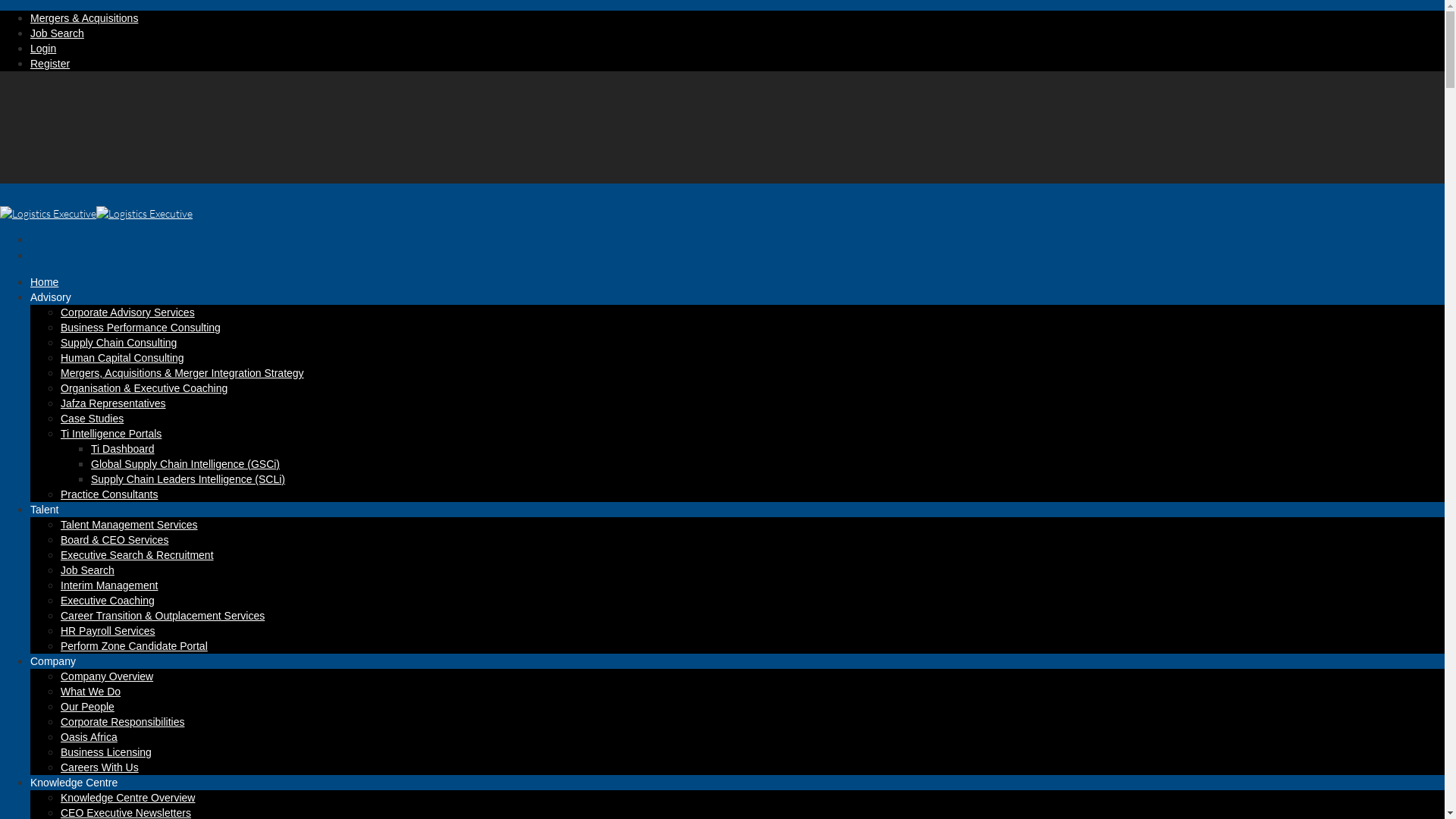 Image resolution: width=1456 pixels, height=819 pixels. Describe the element at coordinates (187, 479) in the screenshot. I see `'Supply Chain Leaders Intelligence (SCLi)'` at that location.